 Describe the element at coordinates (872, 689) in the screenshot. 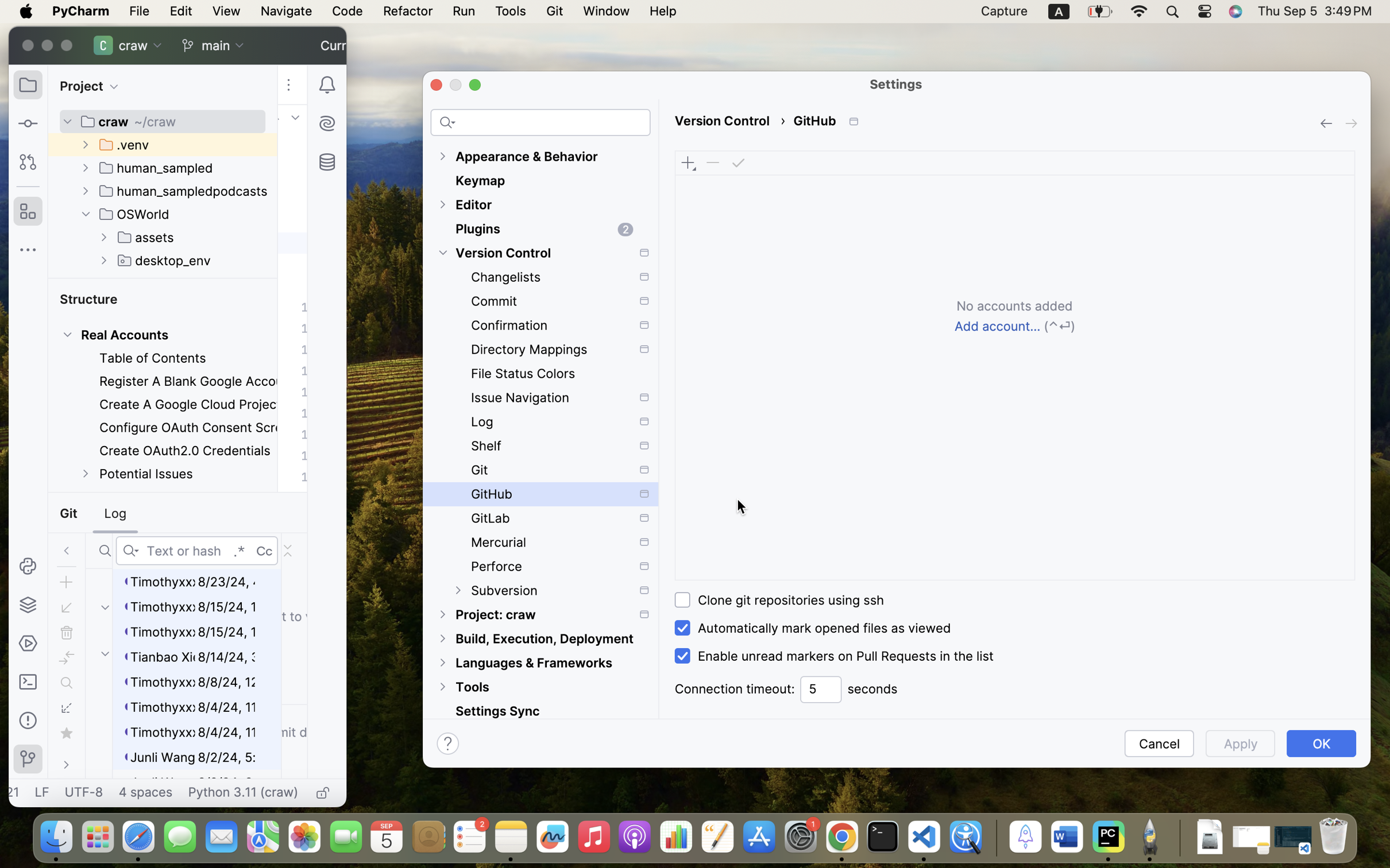

I see `'seconds'` at that location.